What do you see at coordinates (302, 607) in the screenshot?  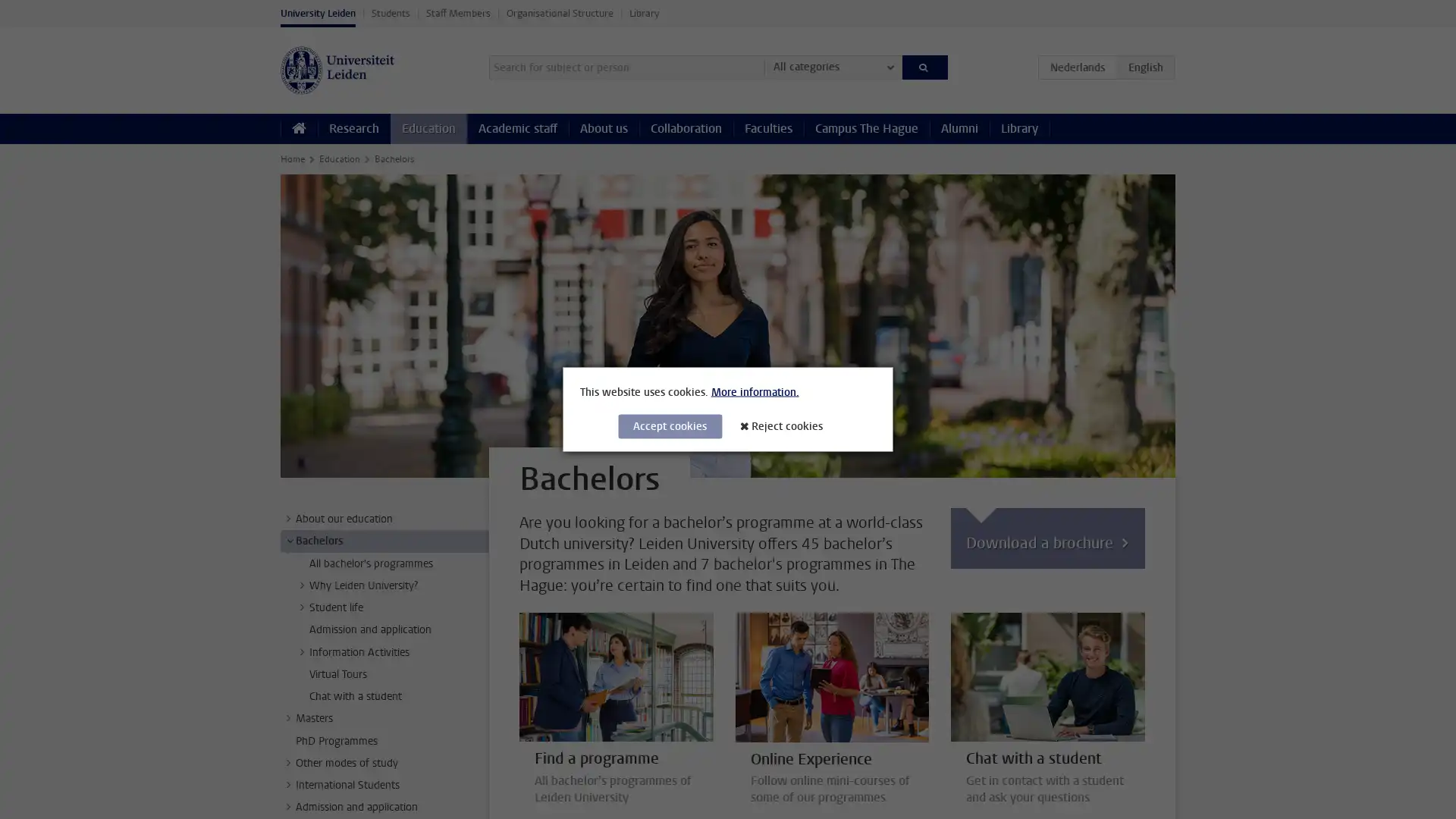 I see `>` at bounding box center [302, 607].